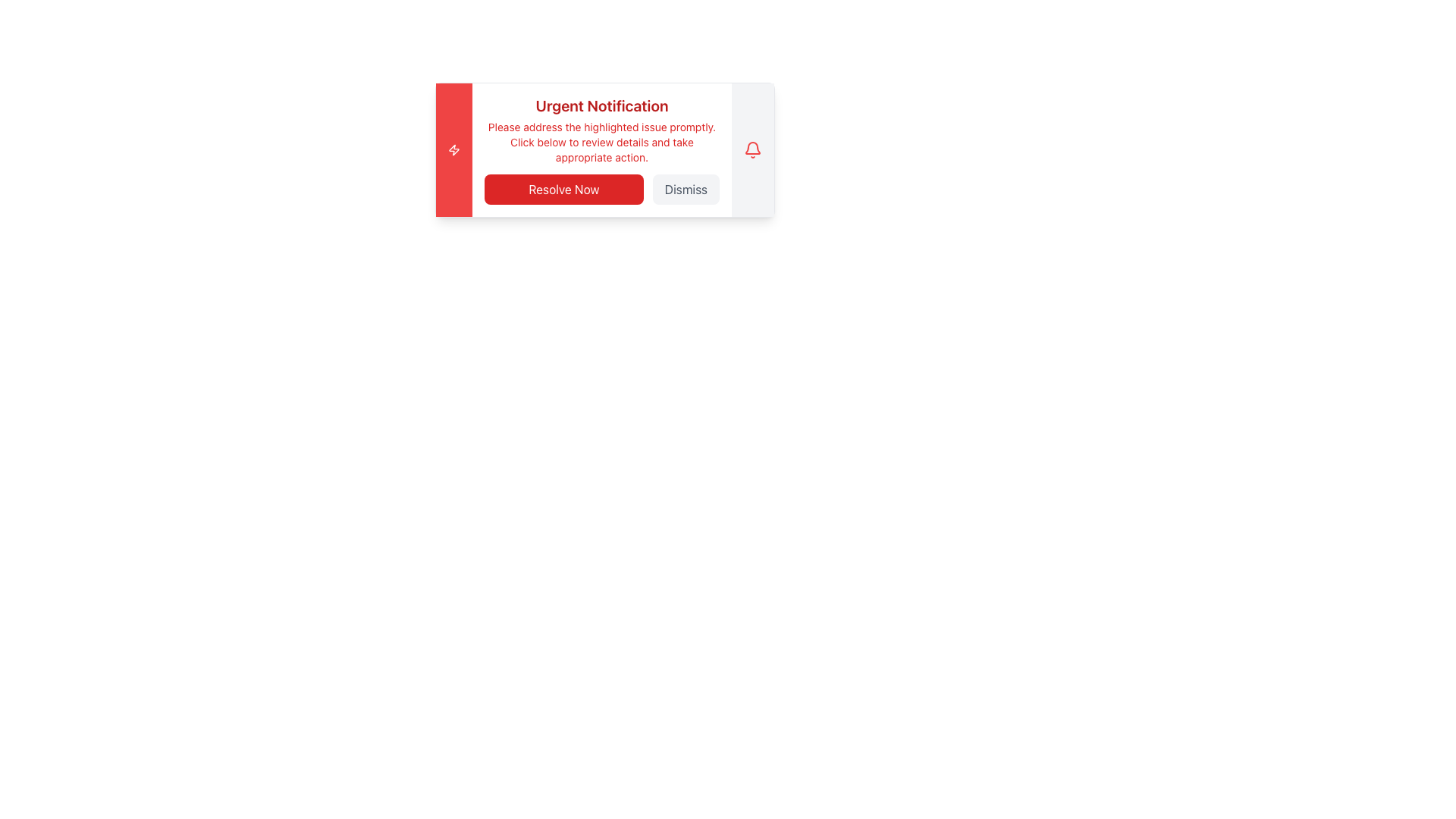 The width and height of the screenshot is (1456, 819). Describe the element at coordinates (601, 105) in the screenshot. I see `the text label 'Urgent Notification' displayed in bold red font at the top of the notification card` at that location.